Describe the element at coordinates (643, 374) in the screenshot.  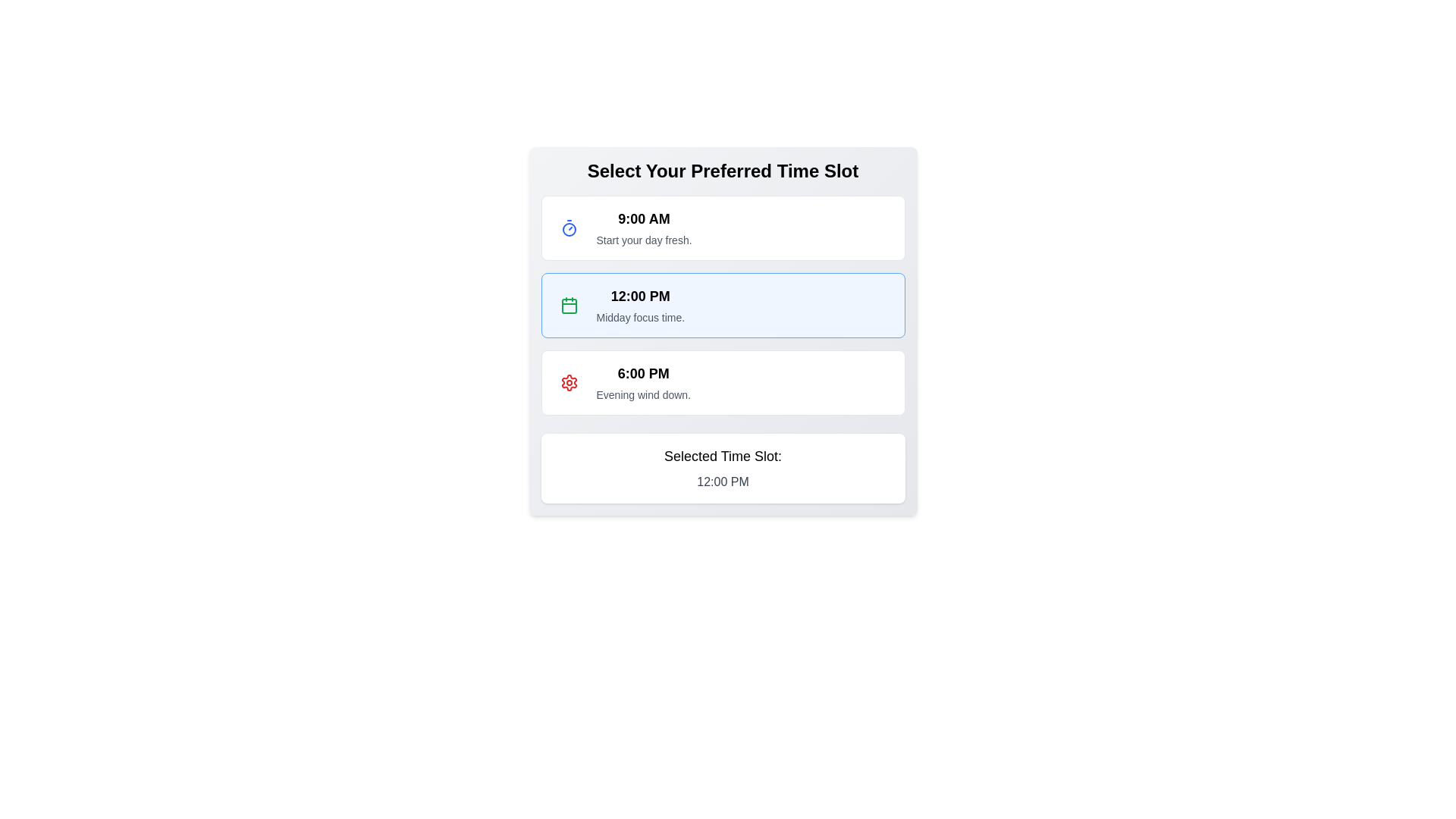
I see `the Text Label displaying '6:00 PM', which is part of the selectable time slot options in the evening schedule section` at that location.